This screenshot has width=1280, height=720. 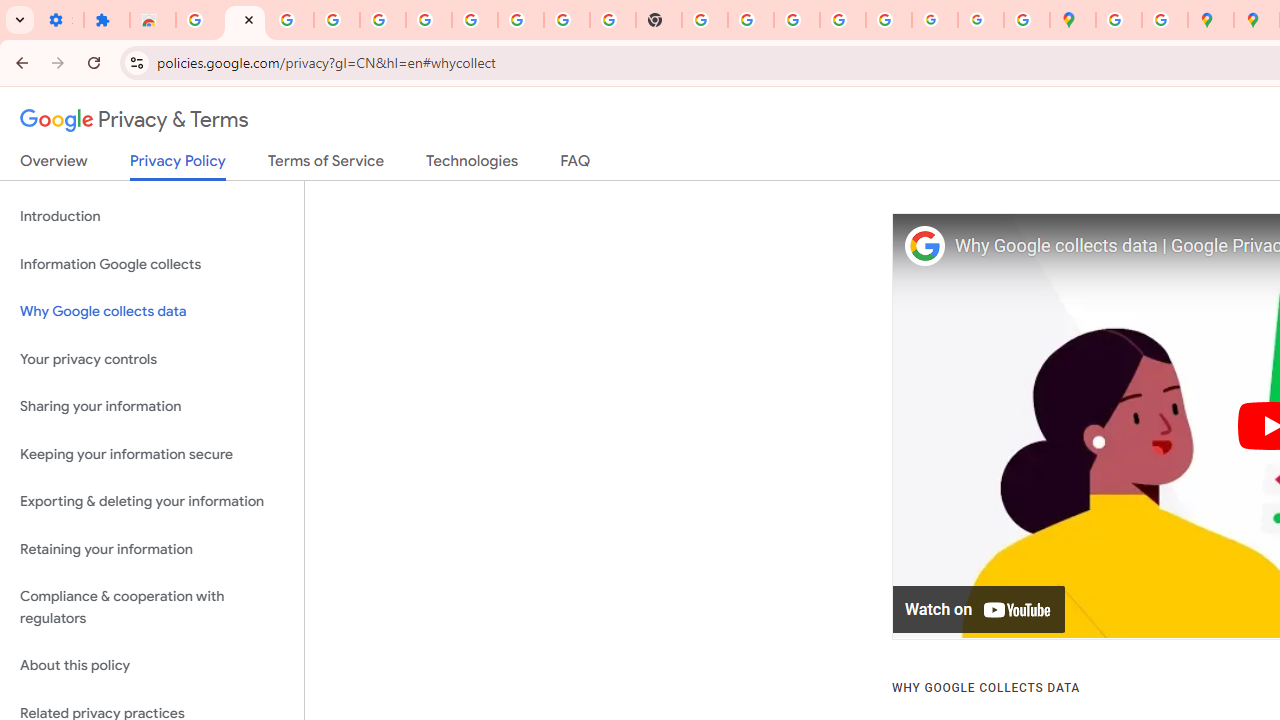 I want to click on 'Exporting & deleting your information', so click(x=151, y=501).